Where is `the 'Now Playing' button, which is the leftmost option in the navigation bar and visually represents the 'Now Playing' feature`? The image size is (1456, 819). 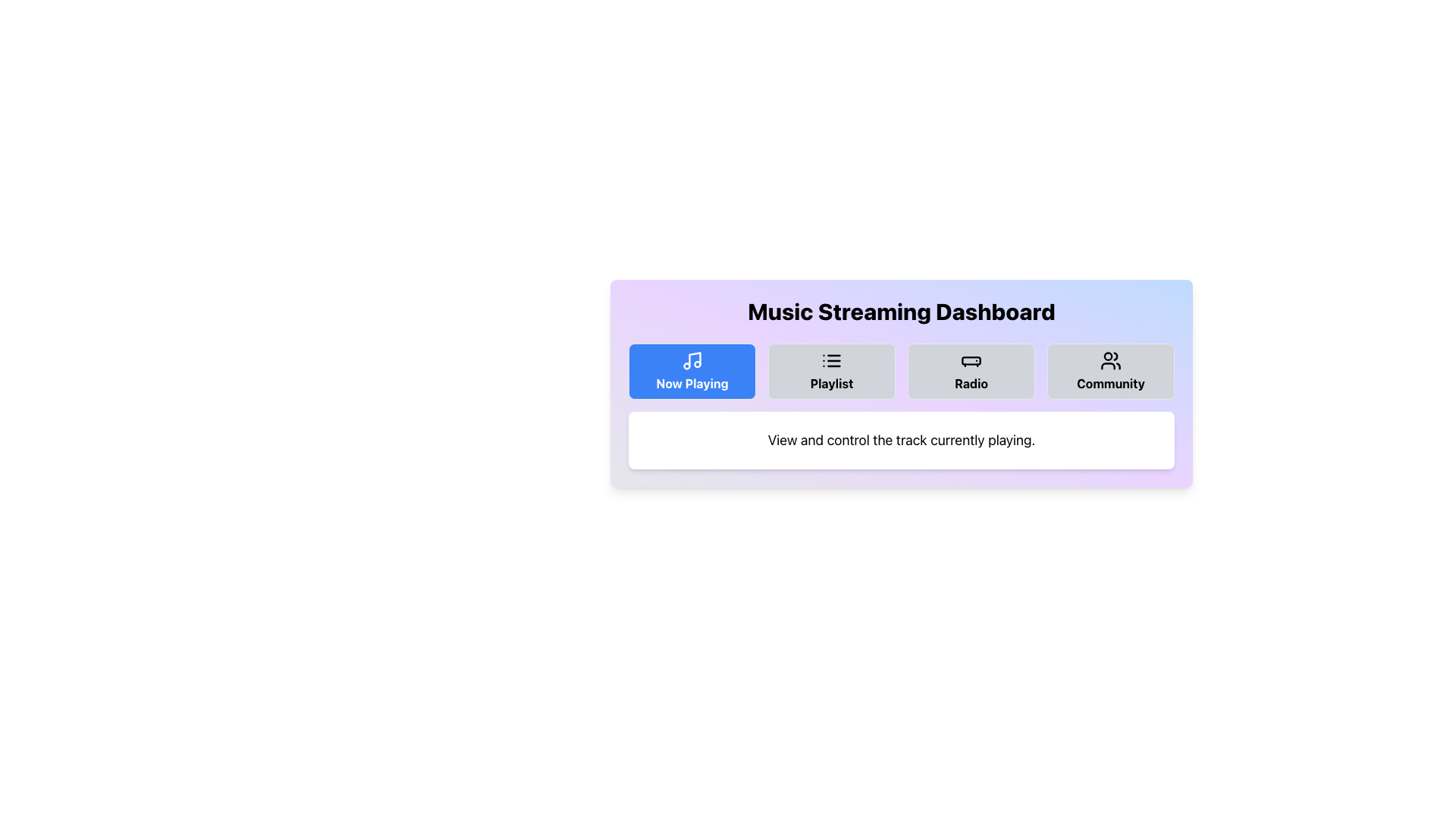 the 'Now Playing' button, which is the leftmost option in the navigation bar and visually represents the 'Now Playing' feature is located at coordinates (691, 360).